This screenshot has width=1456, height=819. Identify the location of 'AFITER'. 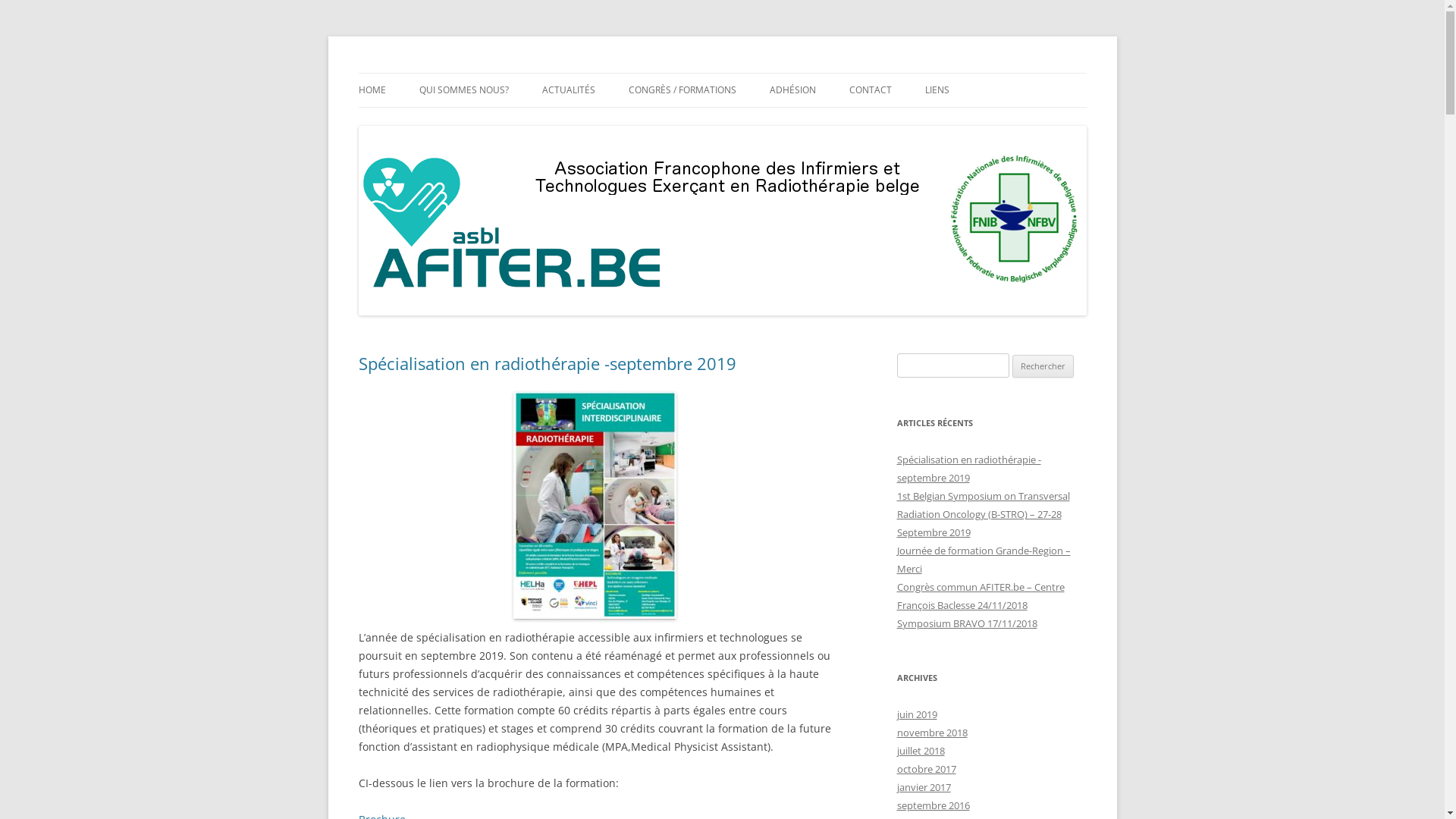
(391, 73).